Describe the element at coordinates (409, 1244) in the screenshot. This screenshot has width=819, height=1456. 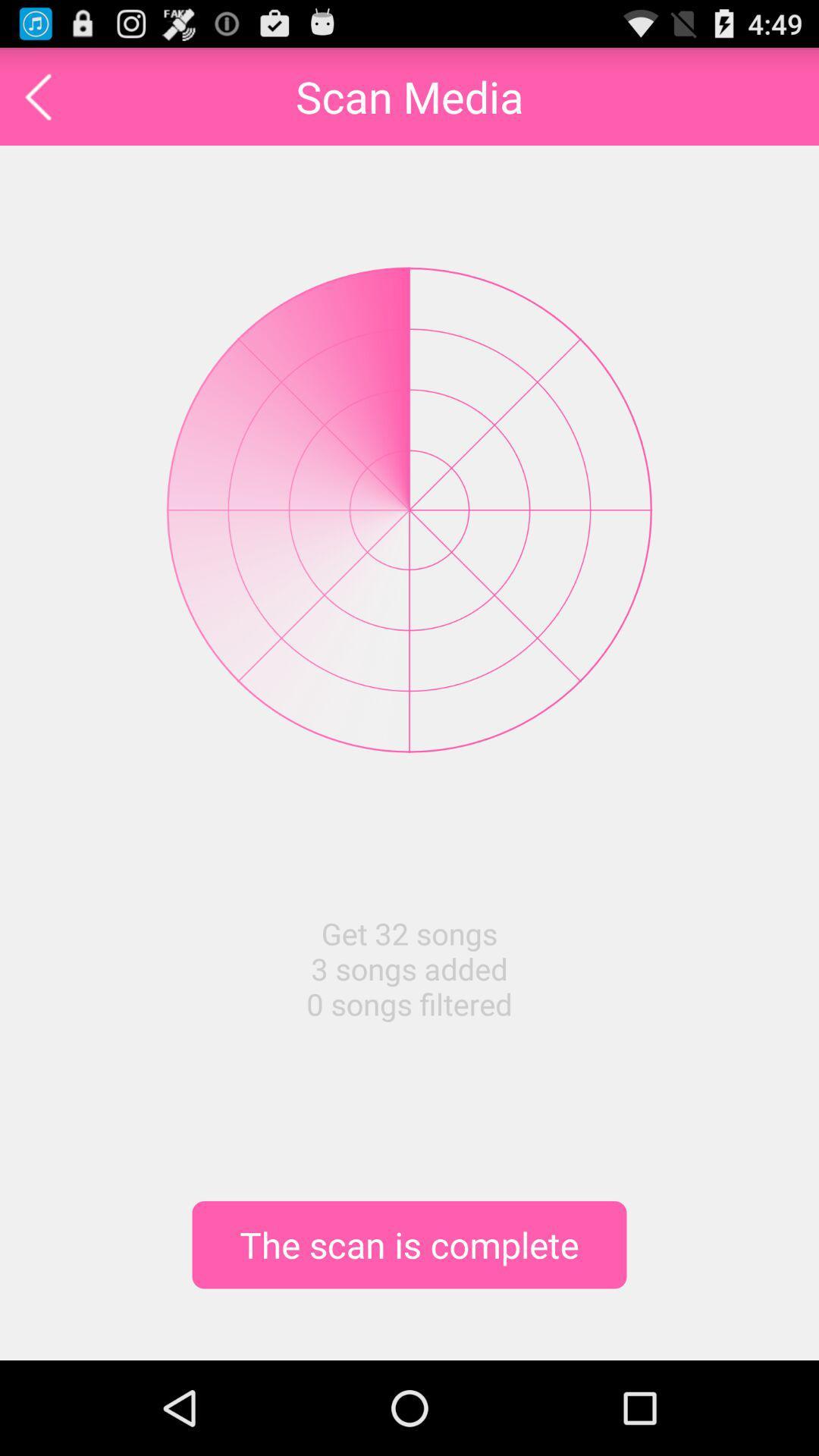
I see `the scan is icon` at that location.